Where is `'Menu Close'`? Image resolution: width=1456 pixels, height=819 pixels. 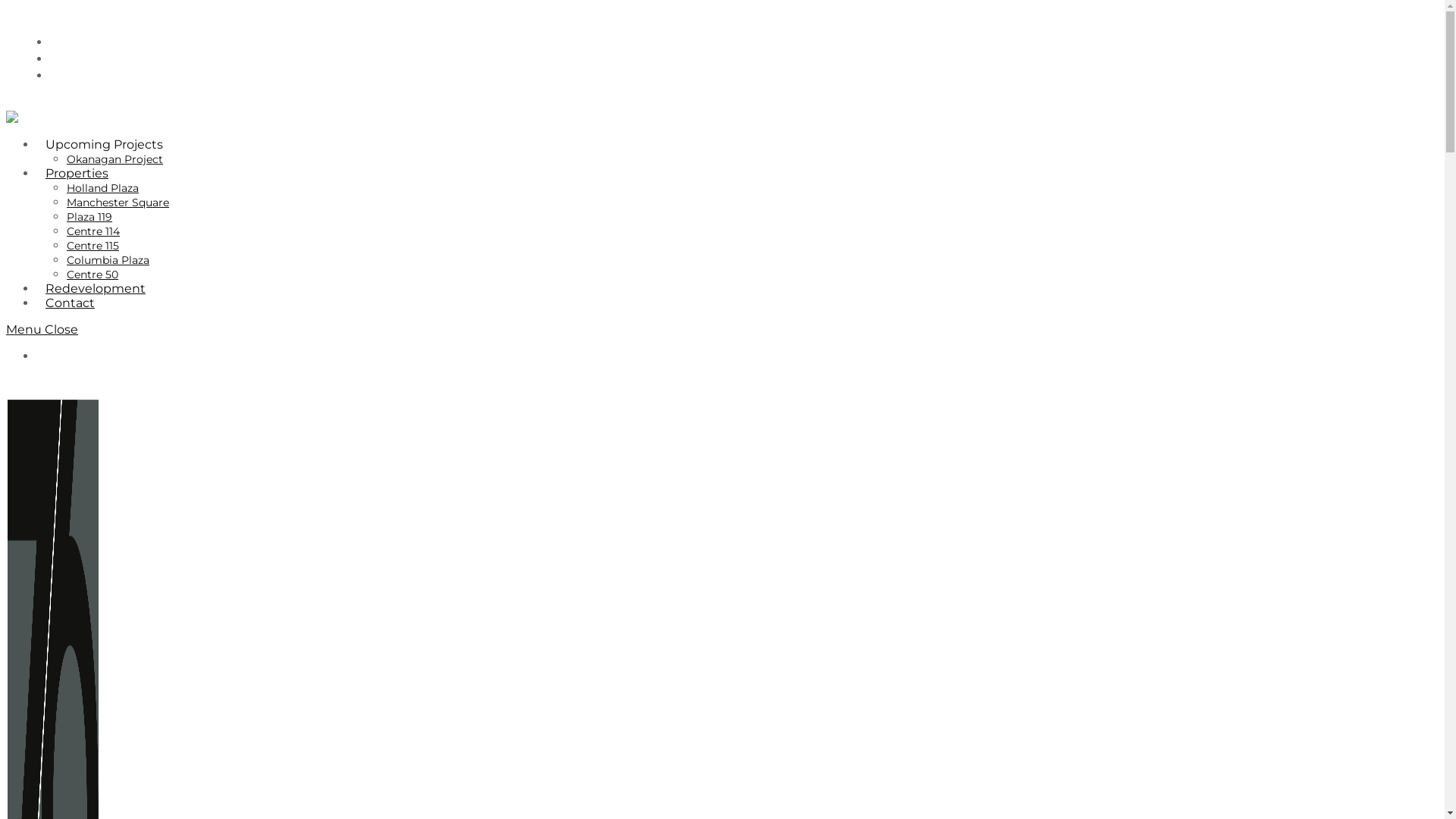 'Menu Close' is located at coordinates (42, 328).